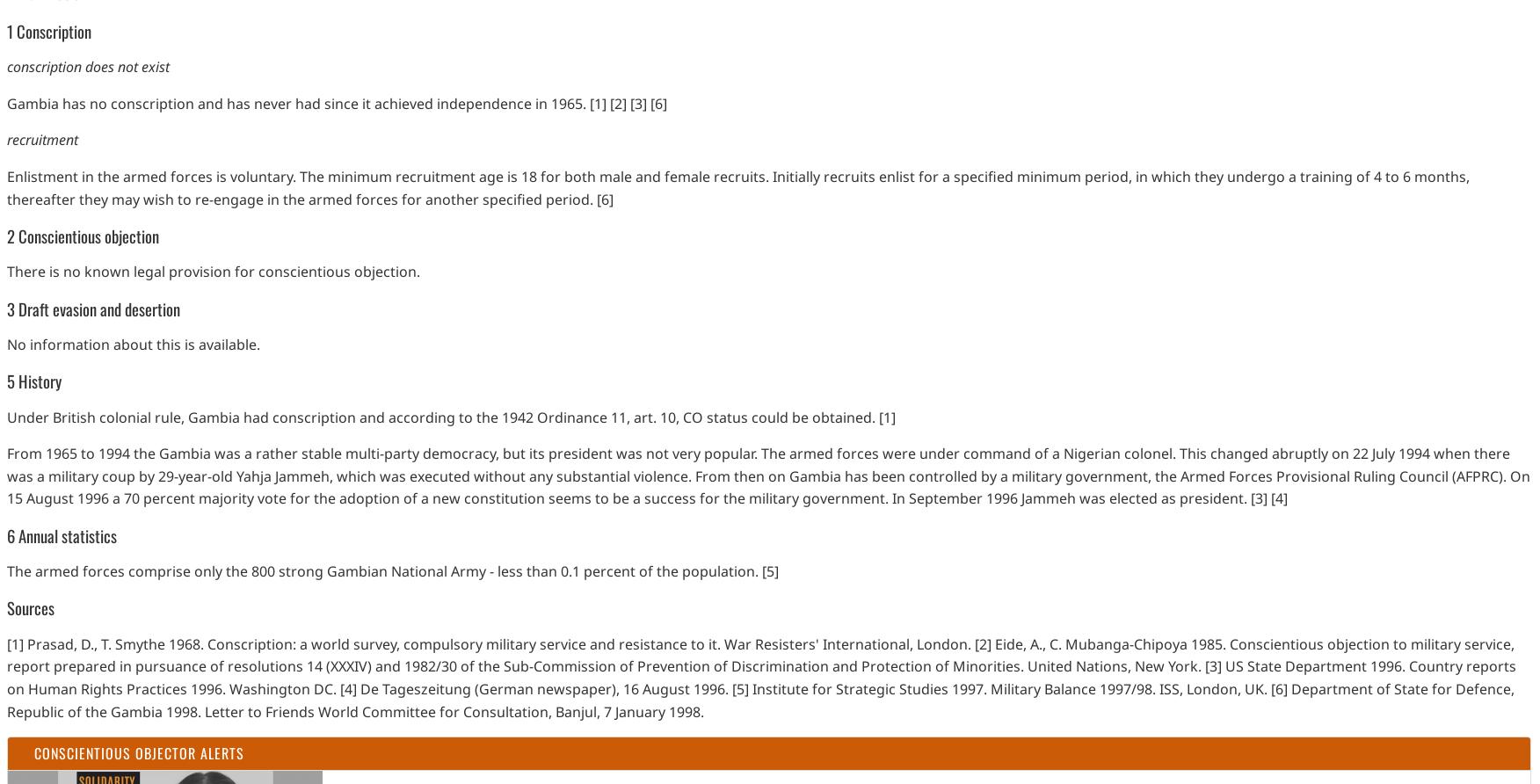  I want to click on 'Under British colonial rule, Gambia had conscription and according to the 1942 Ordinance 11, art. 10, CO status could be obtained. [1]', so click(450, 417).